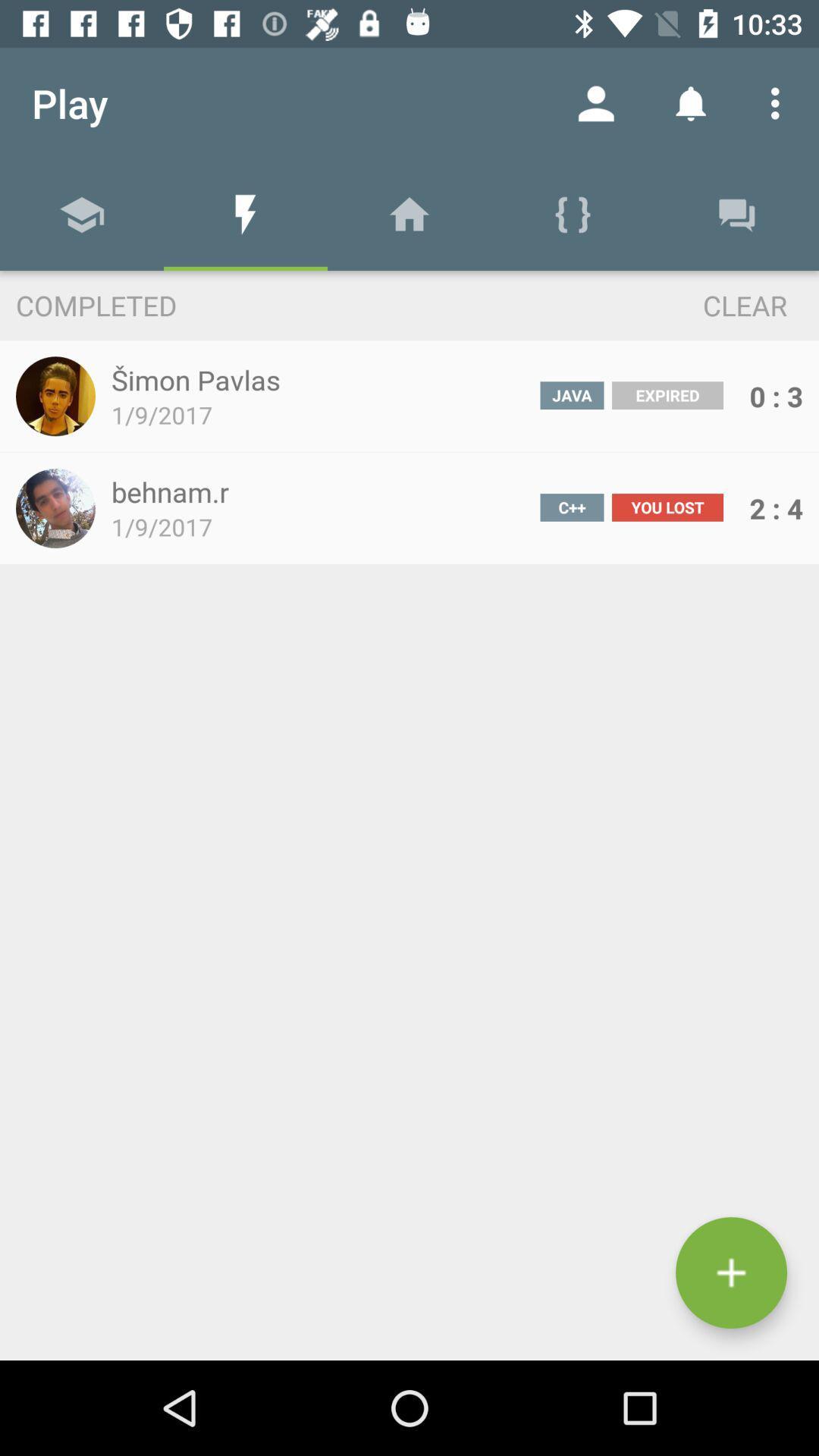 This screenshot has height=1456, width=819. I want to click on item next to the completed item, so click(717, 304).